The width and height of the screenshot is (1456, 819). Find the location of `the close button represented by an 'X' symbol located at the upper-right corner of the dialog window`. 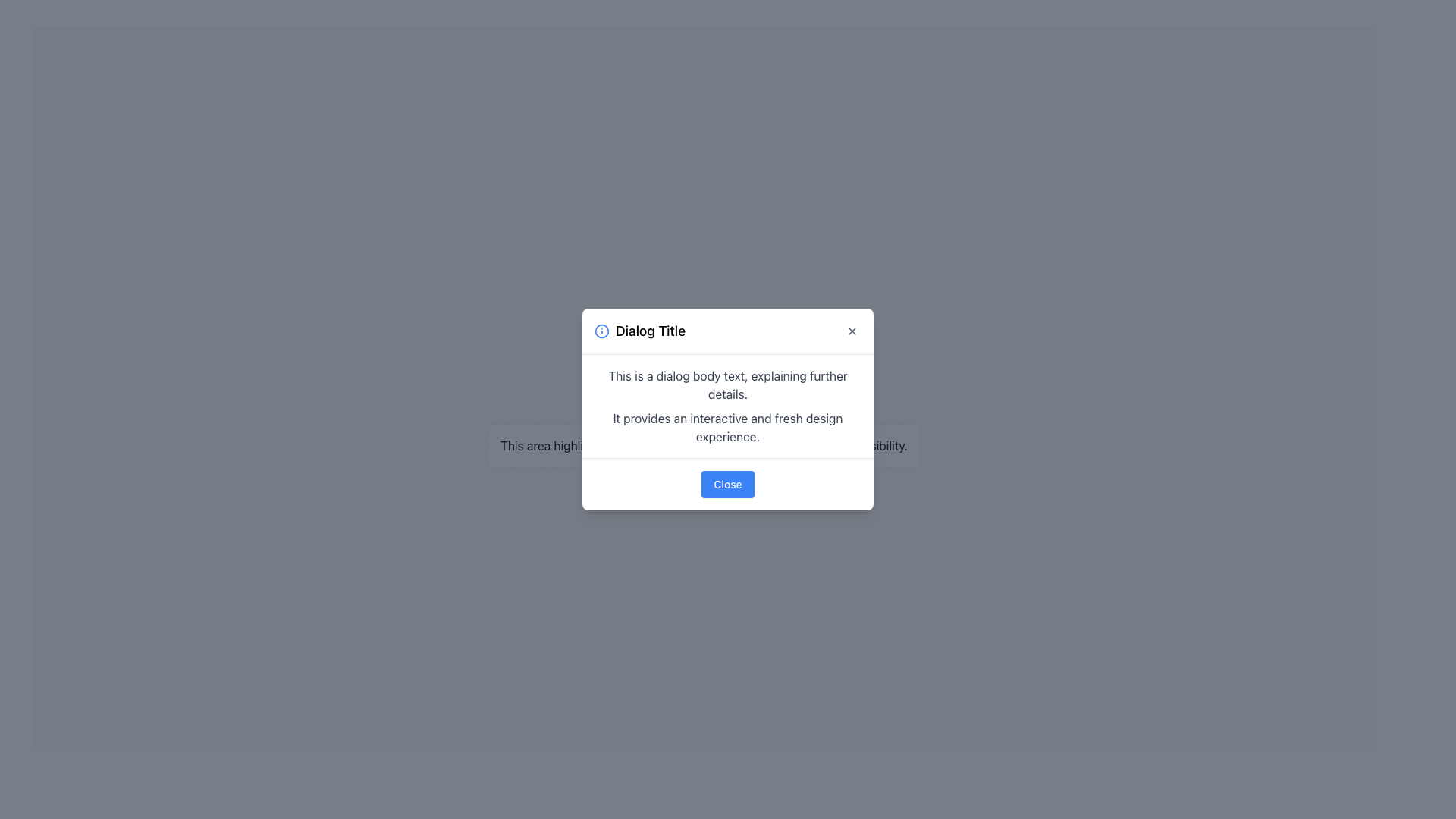

the close button represented by an 'X' symbol located at the upper-right corner of the dialog window is located at coordinates (852, 330).